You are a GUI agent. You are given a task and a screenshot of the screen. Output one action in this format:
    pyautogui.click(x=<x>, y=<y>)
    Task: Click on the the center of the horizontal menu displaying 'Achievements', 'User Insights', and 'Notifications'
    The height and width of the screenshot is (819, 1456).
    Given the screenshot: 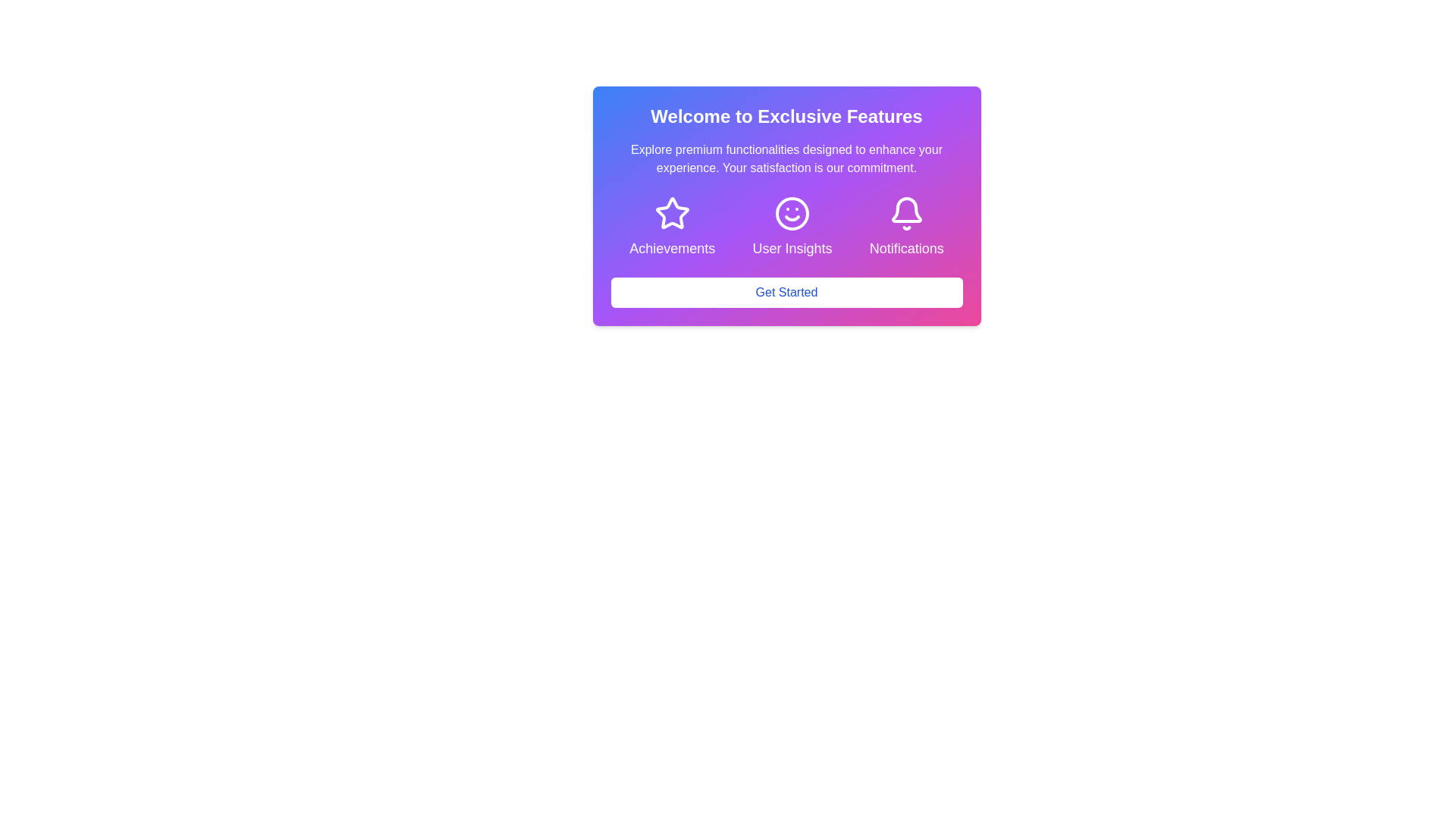 What is the action you would take?
    pyautogui.click(x=786, y=227)
    